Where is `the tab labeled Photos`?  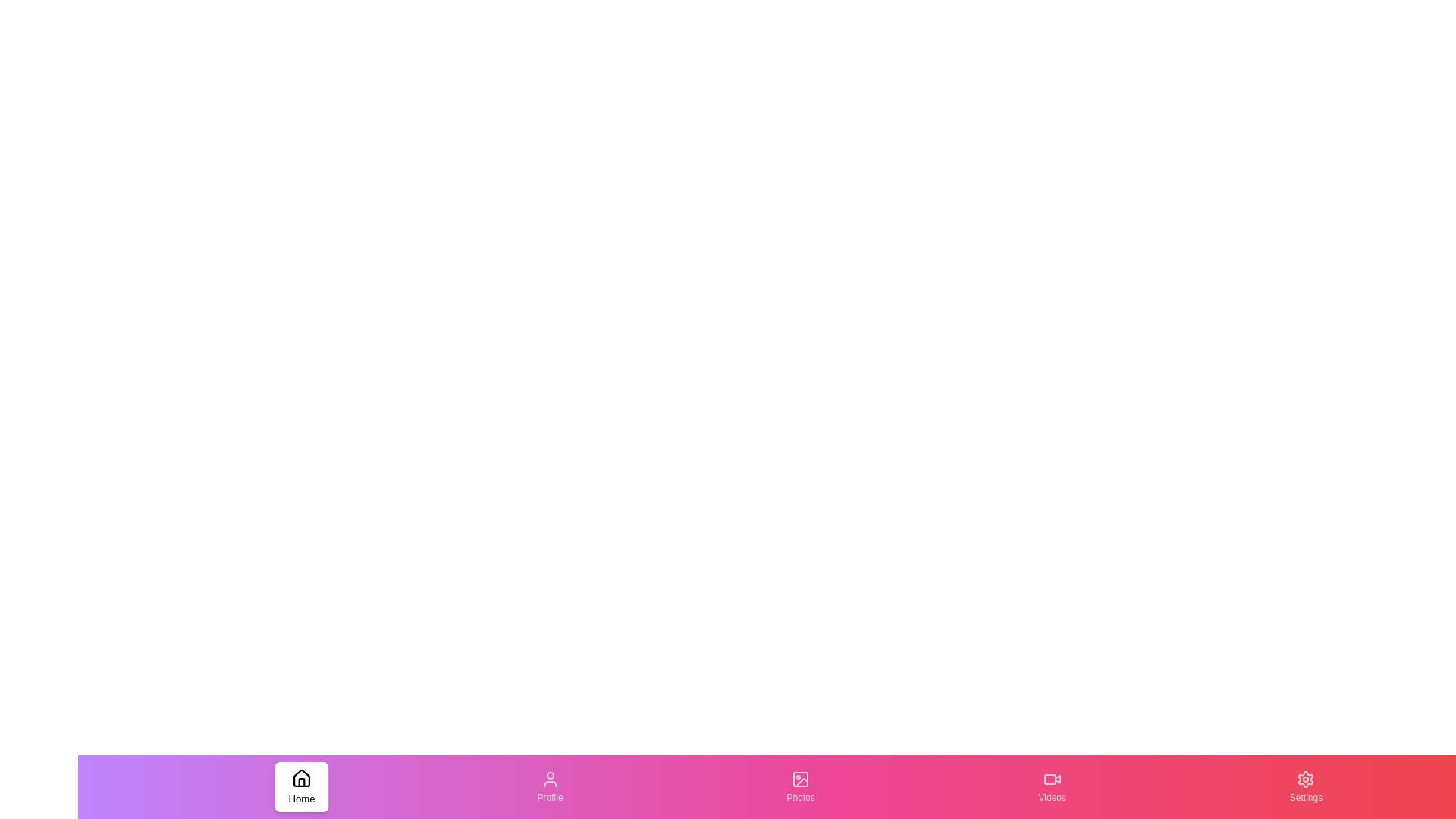 the tab labeled Photos is located at coordinates (800, 786).